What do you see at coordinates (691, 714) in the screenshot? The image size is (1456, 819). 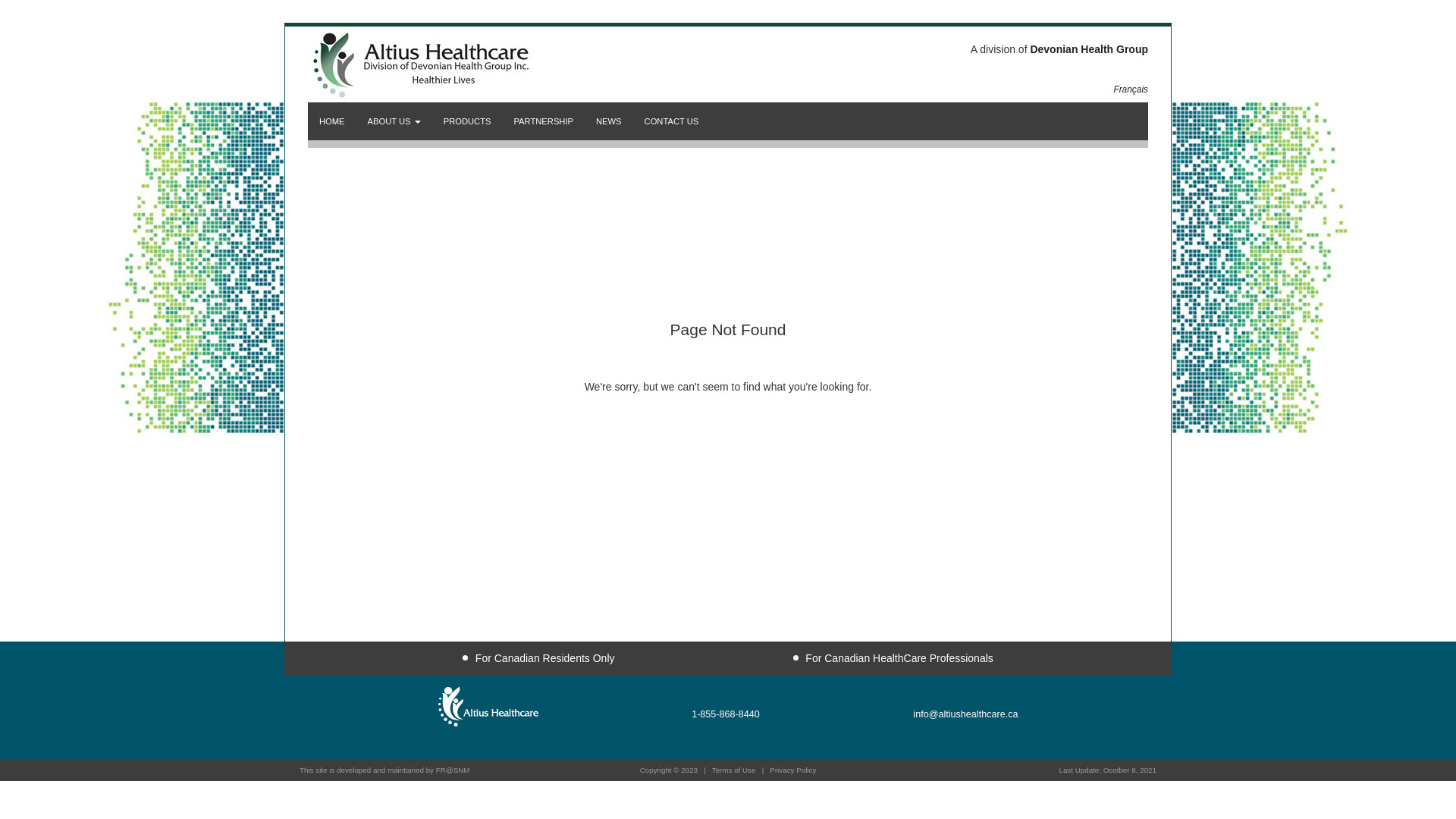 I see `'1-855-868-8440'` at bounding box center [691, 714].